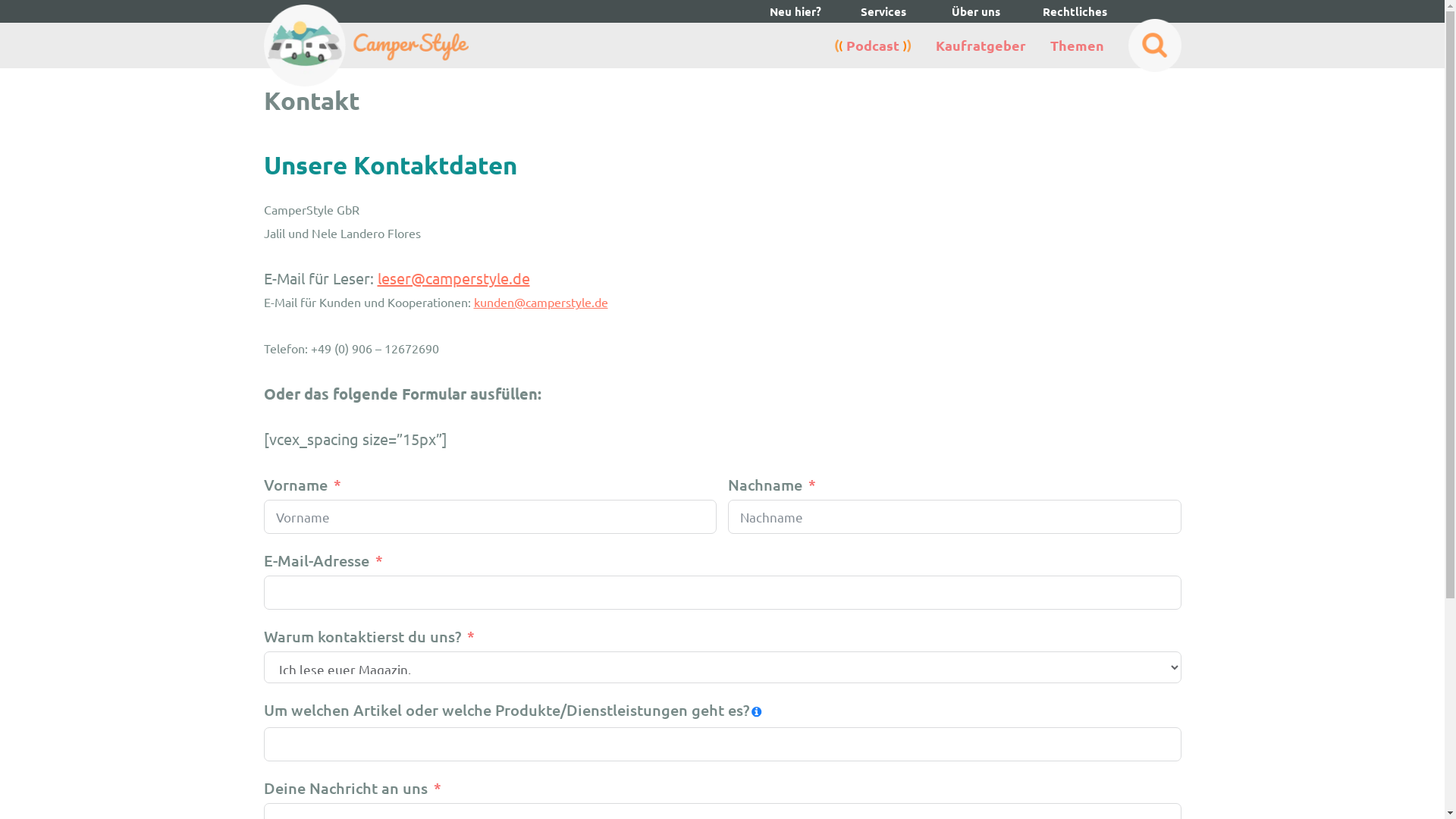  What do you see at coordinates (453, 278) in the screenshot?
I see `'leser@camperstyle.de'` at bounding box center [453, 278].